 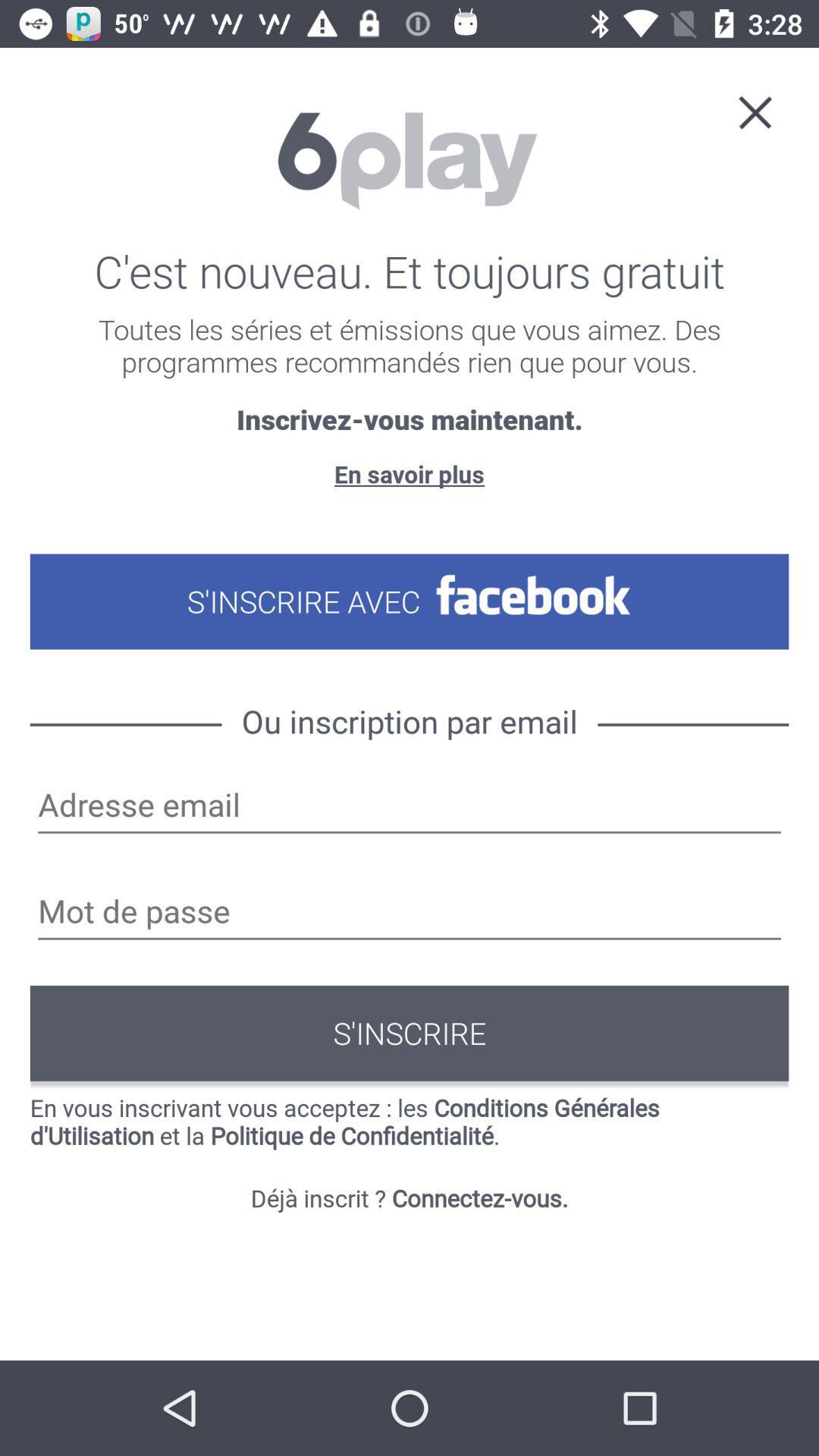 What do you see at coordinates (755, 111) in the screenshot?
I see `the item at the top right corner` at bounding box center [755, 111].